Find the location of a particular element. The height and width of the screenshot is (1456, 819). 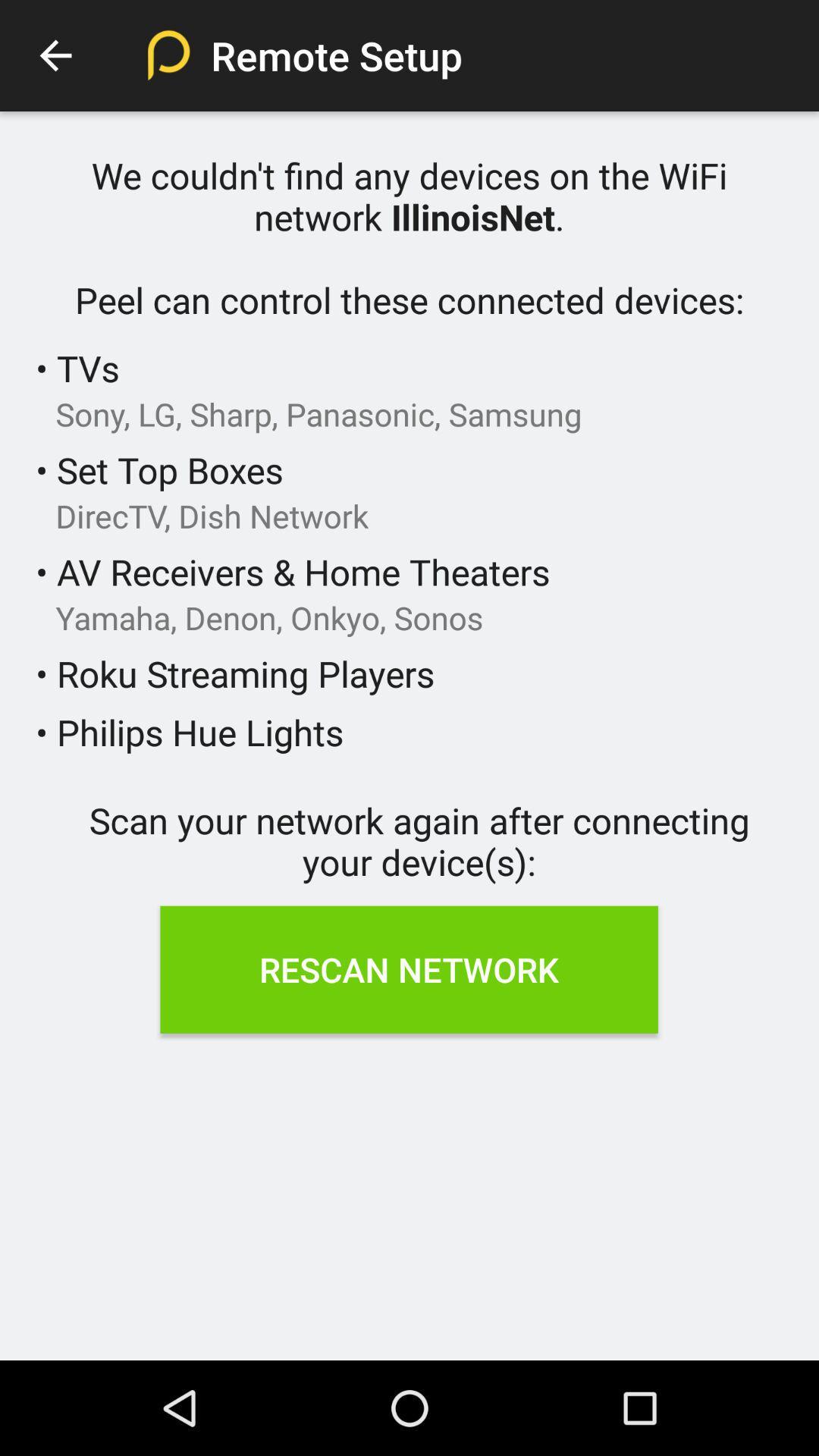

the item below scan your network icon is located at coordinates (408, 968).